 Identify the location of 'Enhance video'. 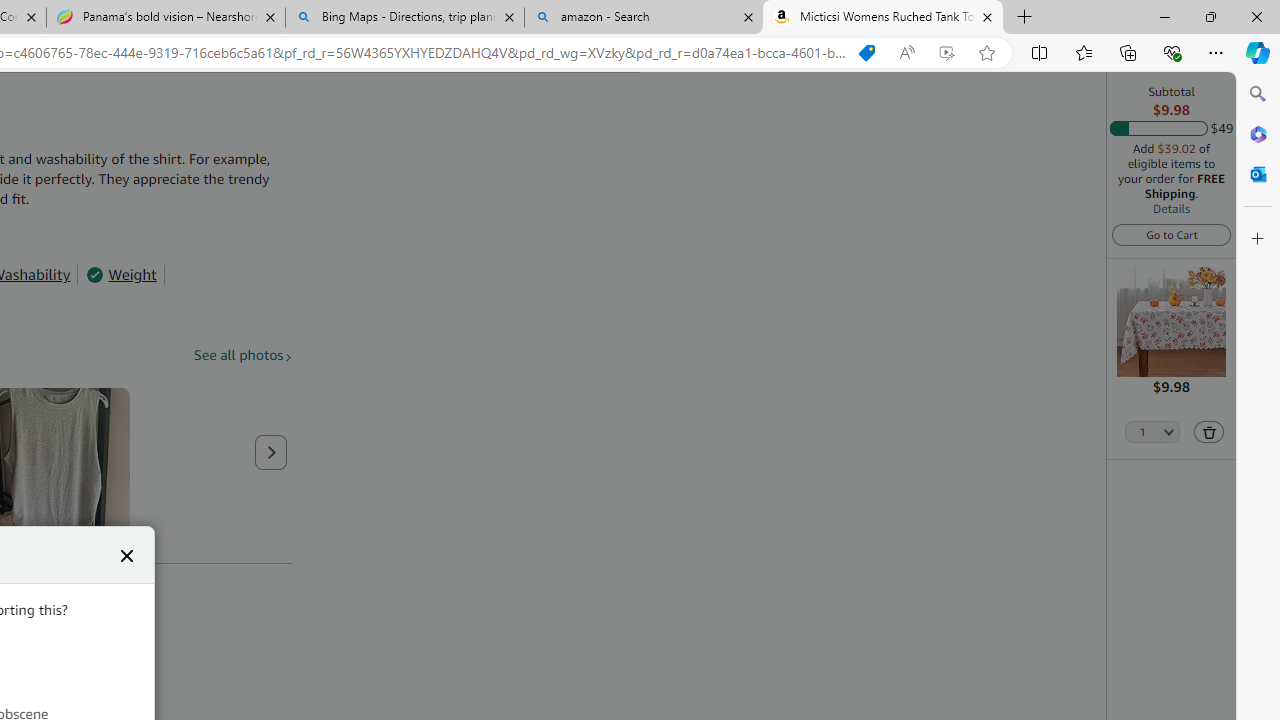
(945, 52).